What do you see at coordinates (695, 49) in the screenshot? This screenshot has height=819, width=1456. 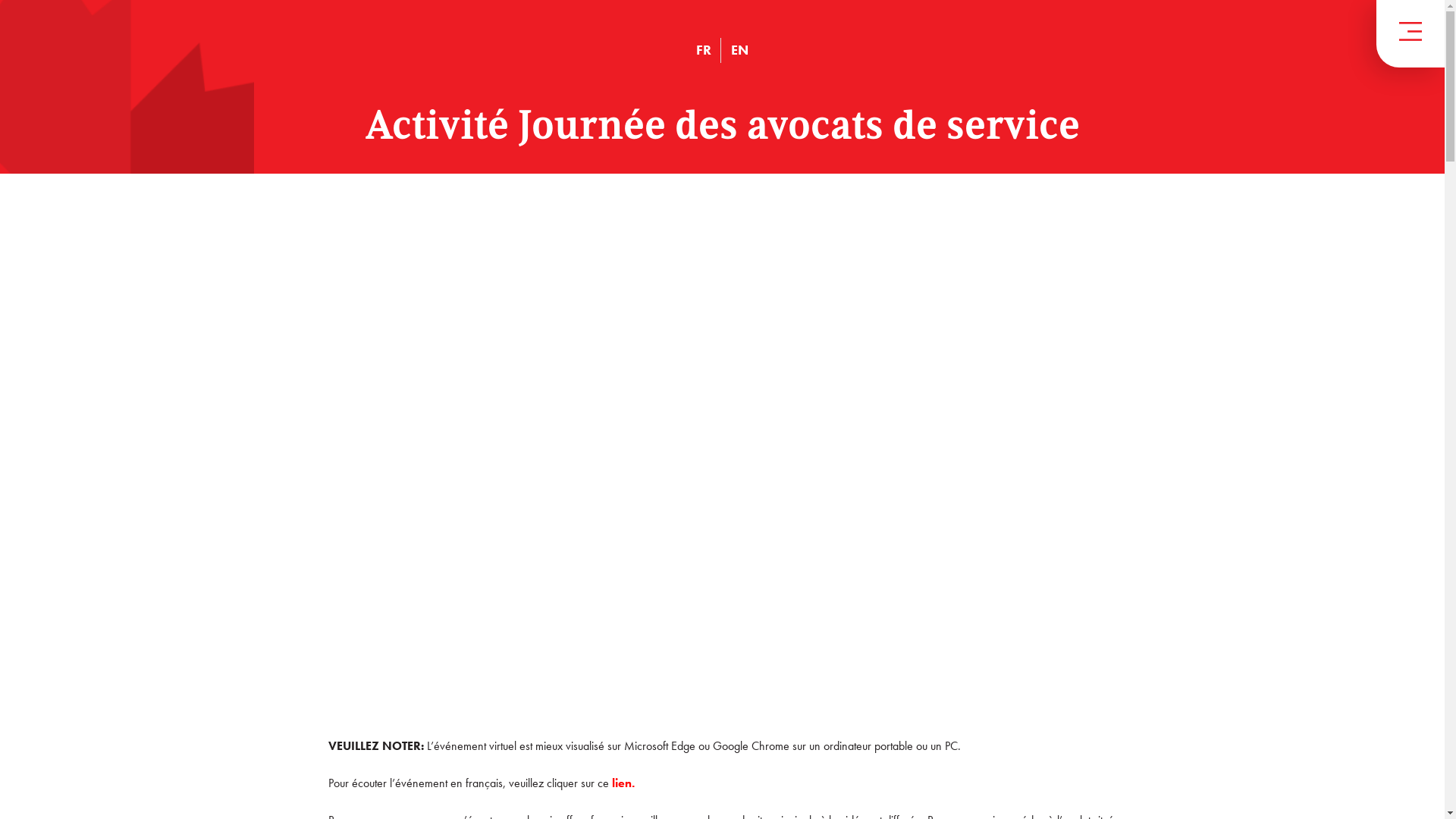 I see `'FR'` at bounding box center [695, 49].